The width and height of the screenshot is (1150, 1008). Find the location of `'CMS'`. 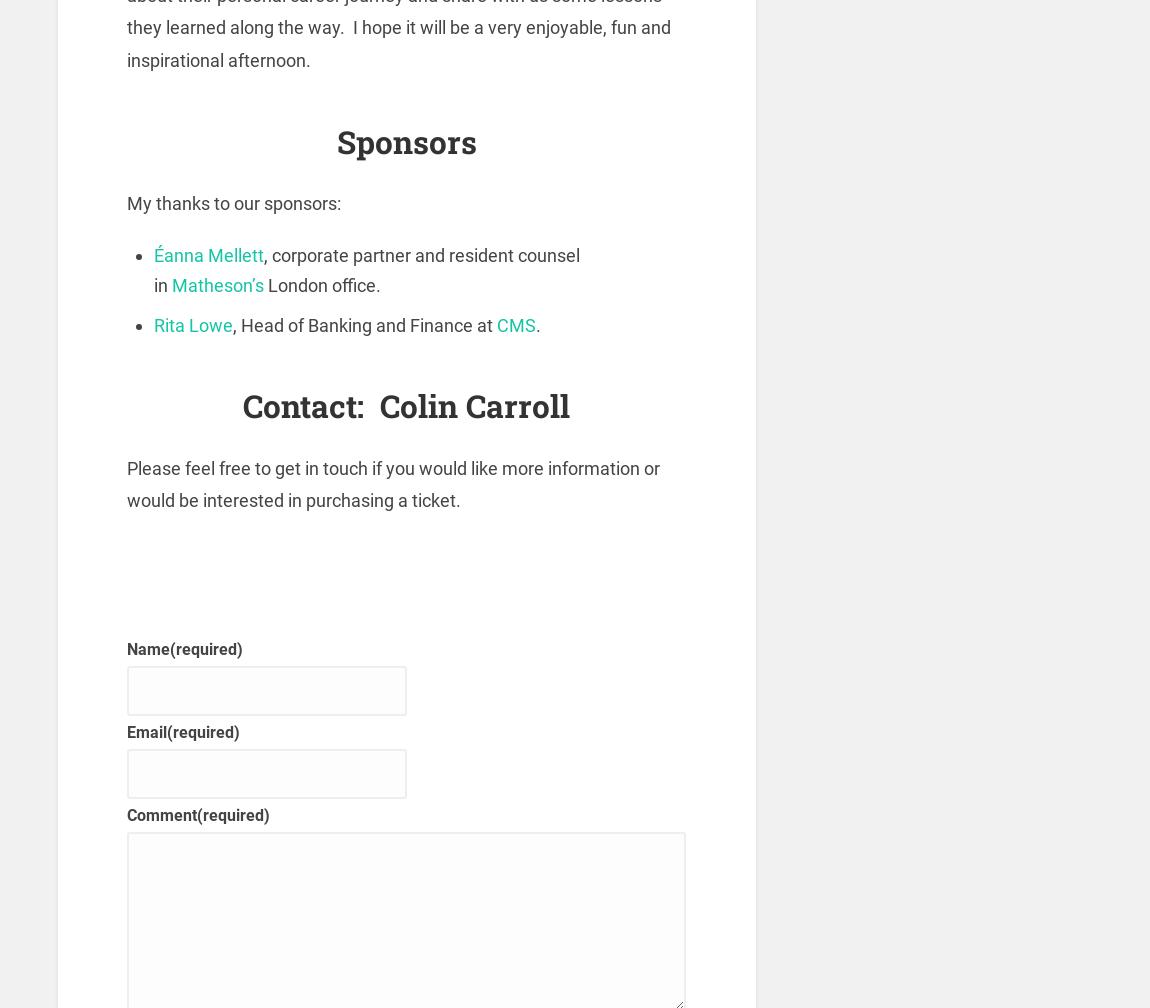

'CMS' is located at coordinates (516, 324).